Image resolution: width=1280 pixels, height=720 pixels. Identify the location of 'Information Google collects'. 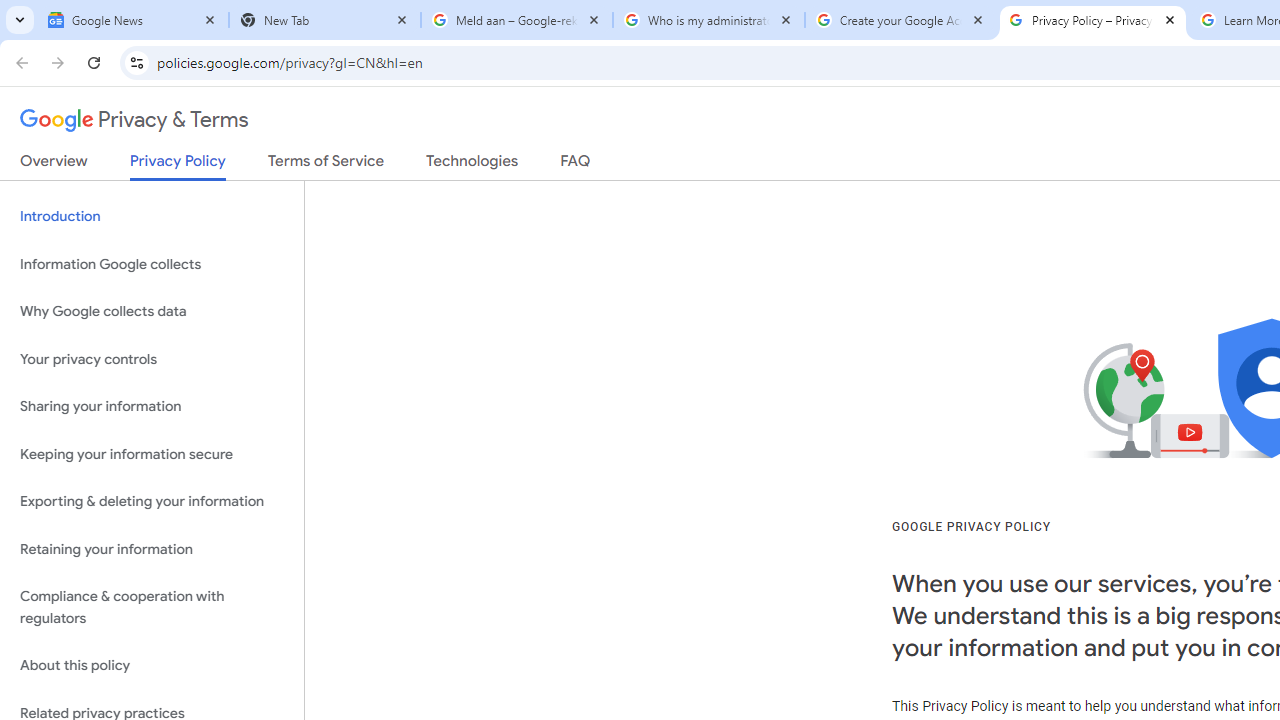
(151, 263).